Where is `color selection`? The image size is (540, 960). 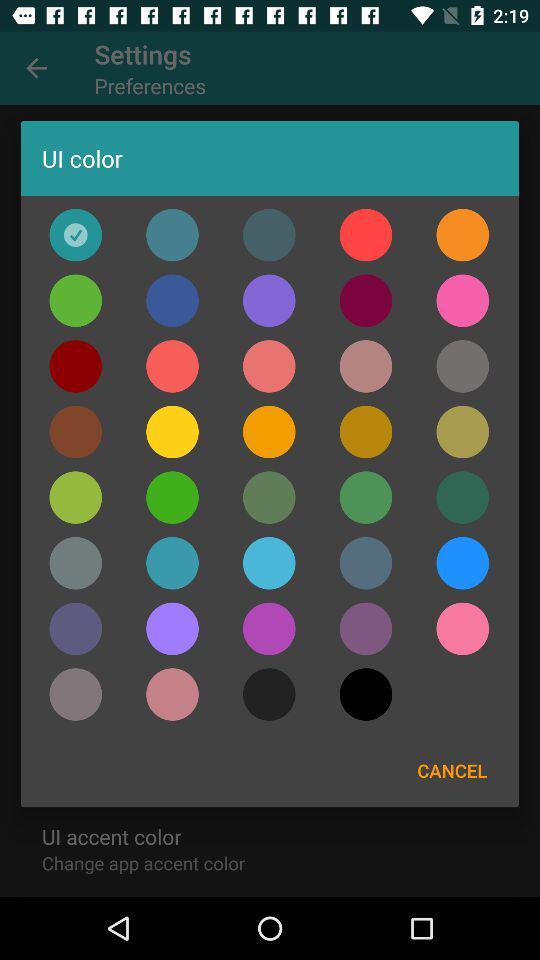
color selection is located at coordinates (365, 496).